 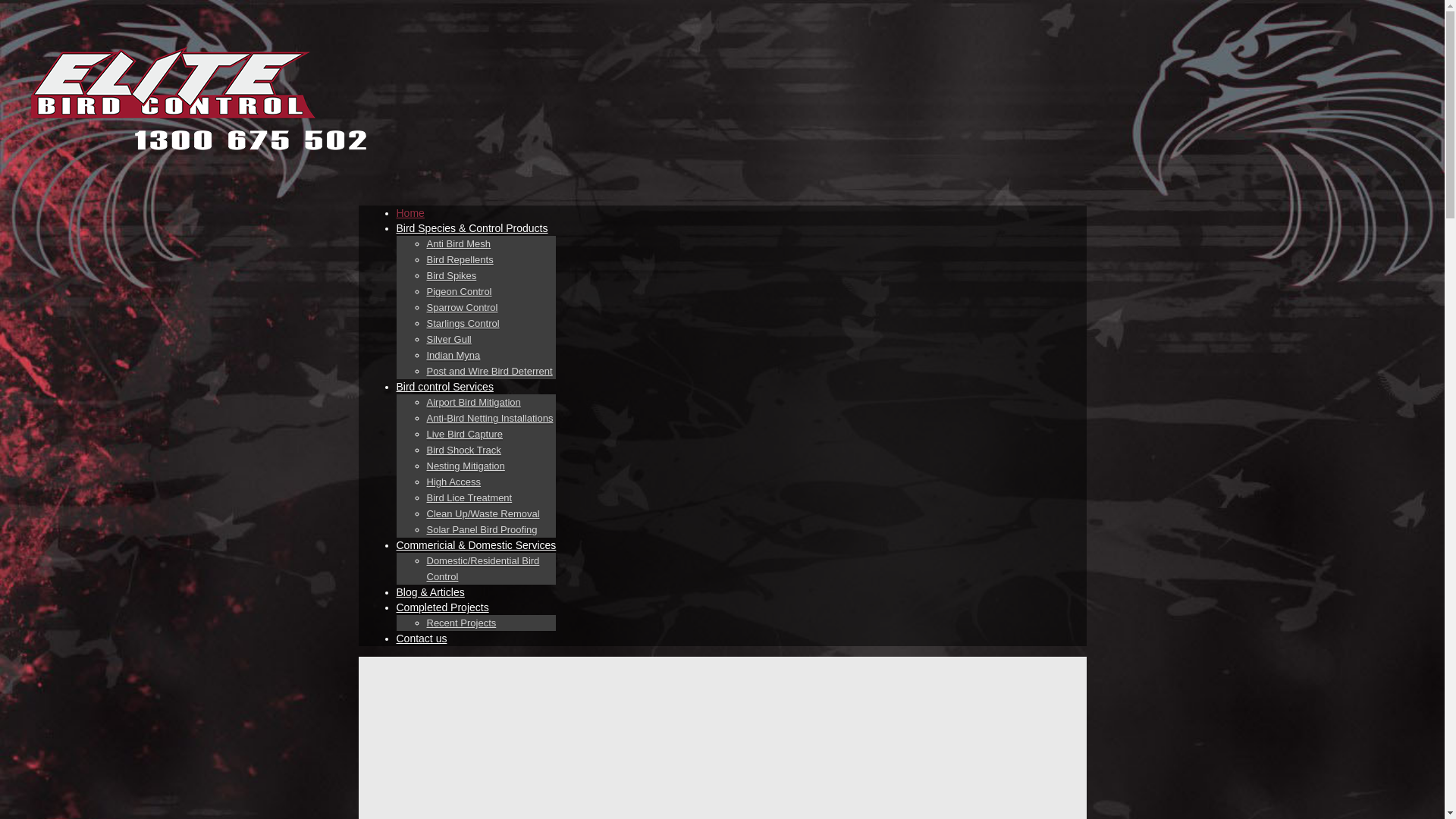 What do you see at coordinates (472, 402) in the screenshot?
I see `'Airport Bird Mitigation'` at bounding box center [472, 402].